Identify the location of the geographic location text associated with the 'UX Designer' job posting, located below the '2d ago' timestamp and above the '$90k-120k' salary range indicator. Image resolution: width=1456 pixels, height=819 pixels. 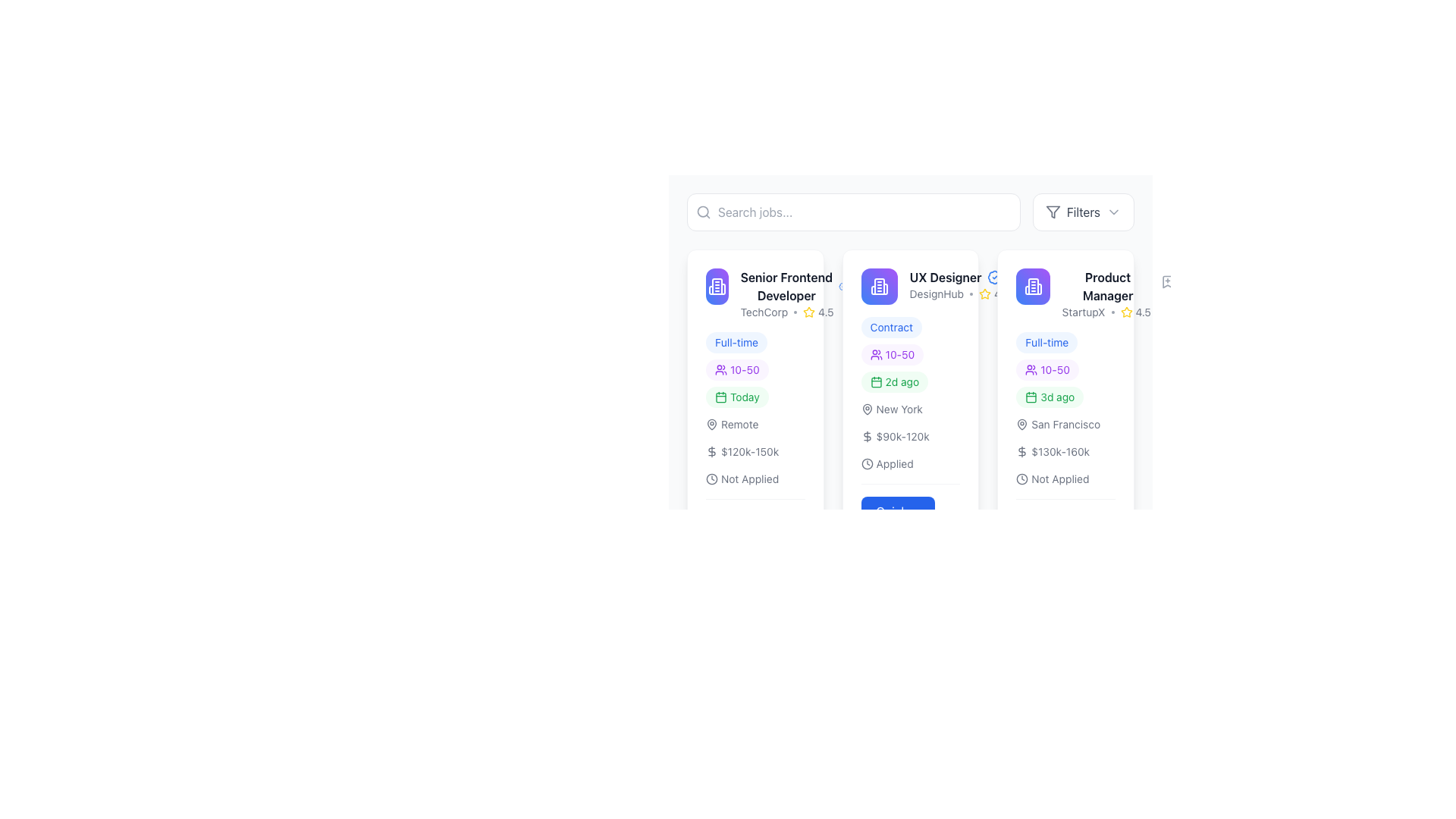
(892, 409).